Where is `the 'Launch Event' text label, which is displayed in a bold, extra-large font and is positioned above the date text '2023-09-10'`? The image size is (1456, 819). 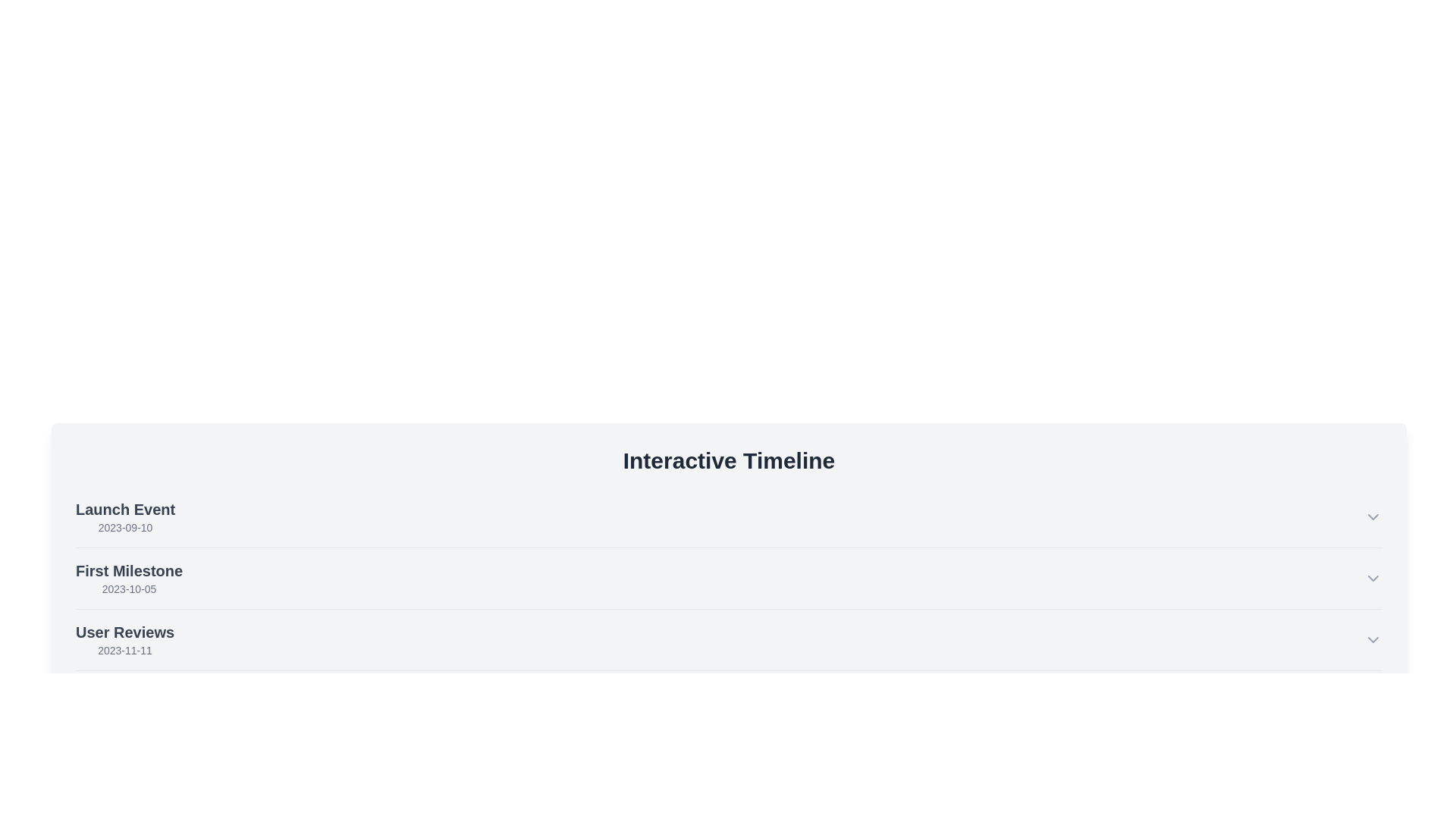 the 'Launch Event' text label, which is displayed in a bold, extra-large font and is positioned above the date text '2023-09-10' is located at coordinates (125, 509).